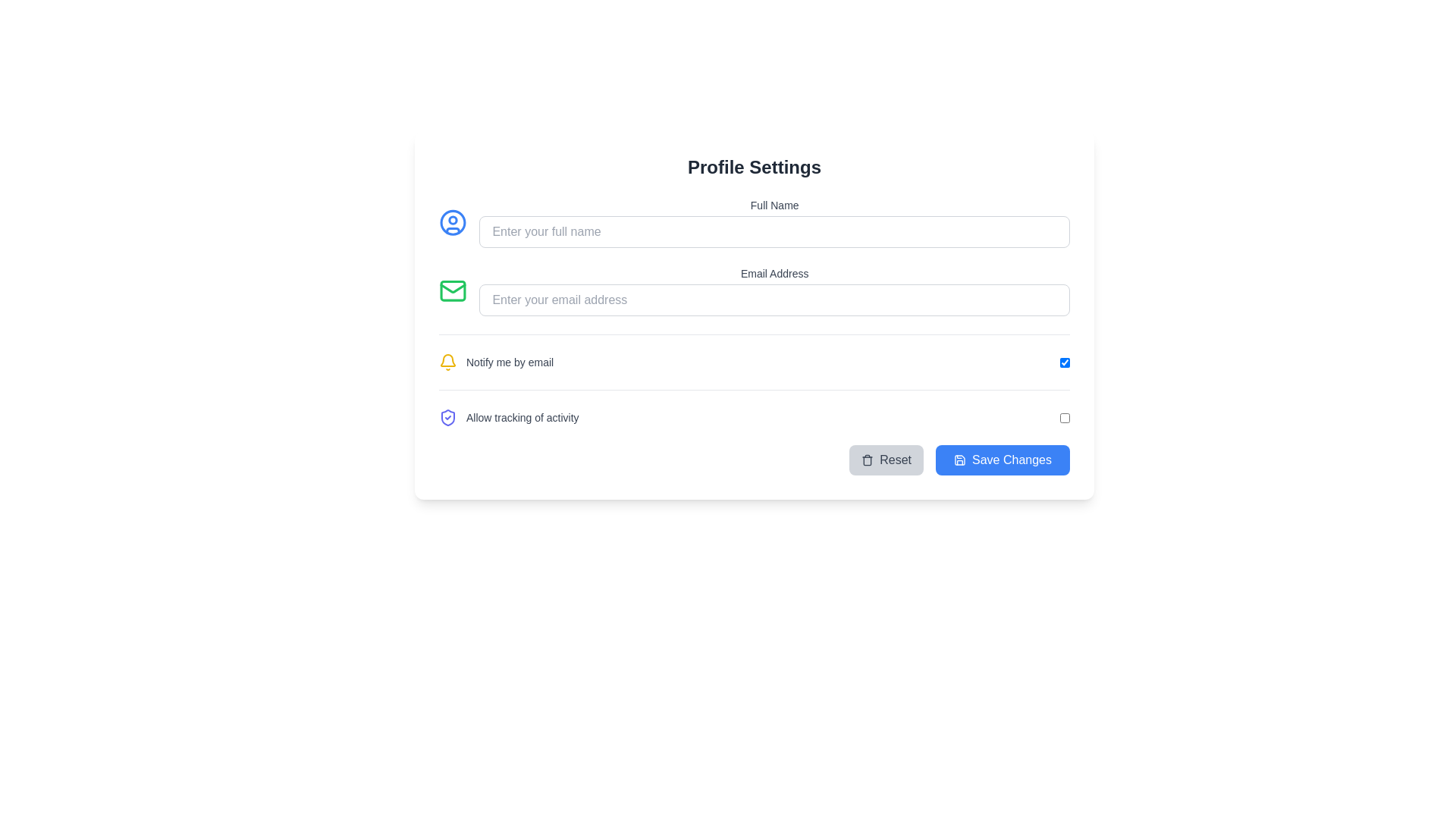 Image resolution: width=1456 pixels, height=819 pixels. Describe the element at coordinates (959, 459) in the screenshot. I see `the 'Save Changes' button, which is represented by a blue disk-shaped icon located to the left of the text 'Save Changes' at the lower right section of the form interface` at that location.